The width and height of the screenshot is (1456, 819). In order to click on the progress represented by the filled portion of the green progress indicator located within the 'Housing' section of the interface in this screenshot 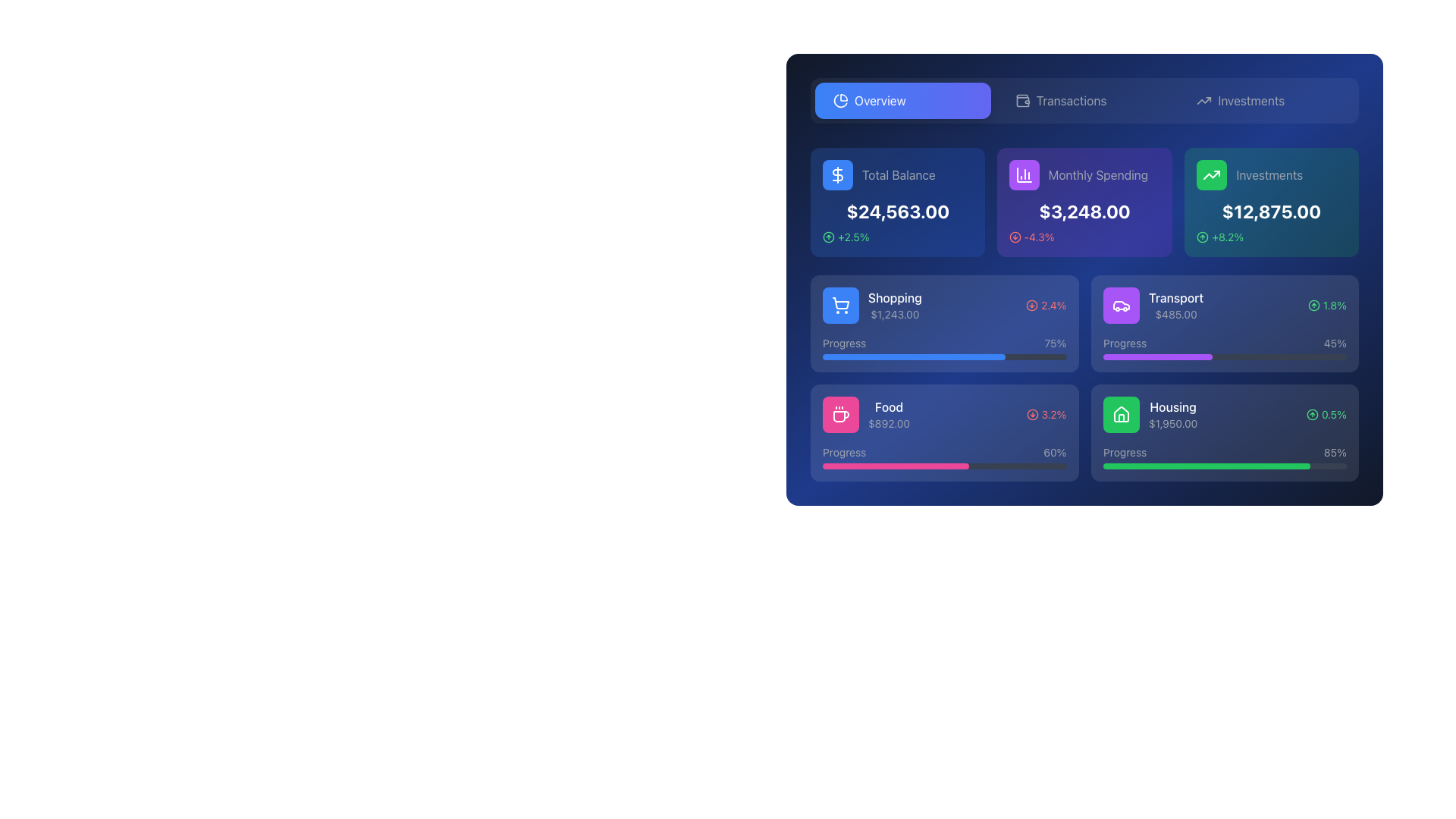, I will do `click(1206, 465)`.